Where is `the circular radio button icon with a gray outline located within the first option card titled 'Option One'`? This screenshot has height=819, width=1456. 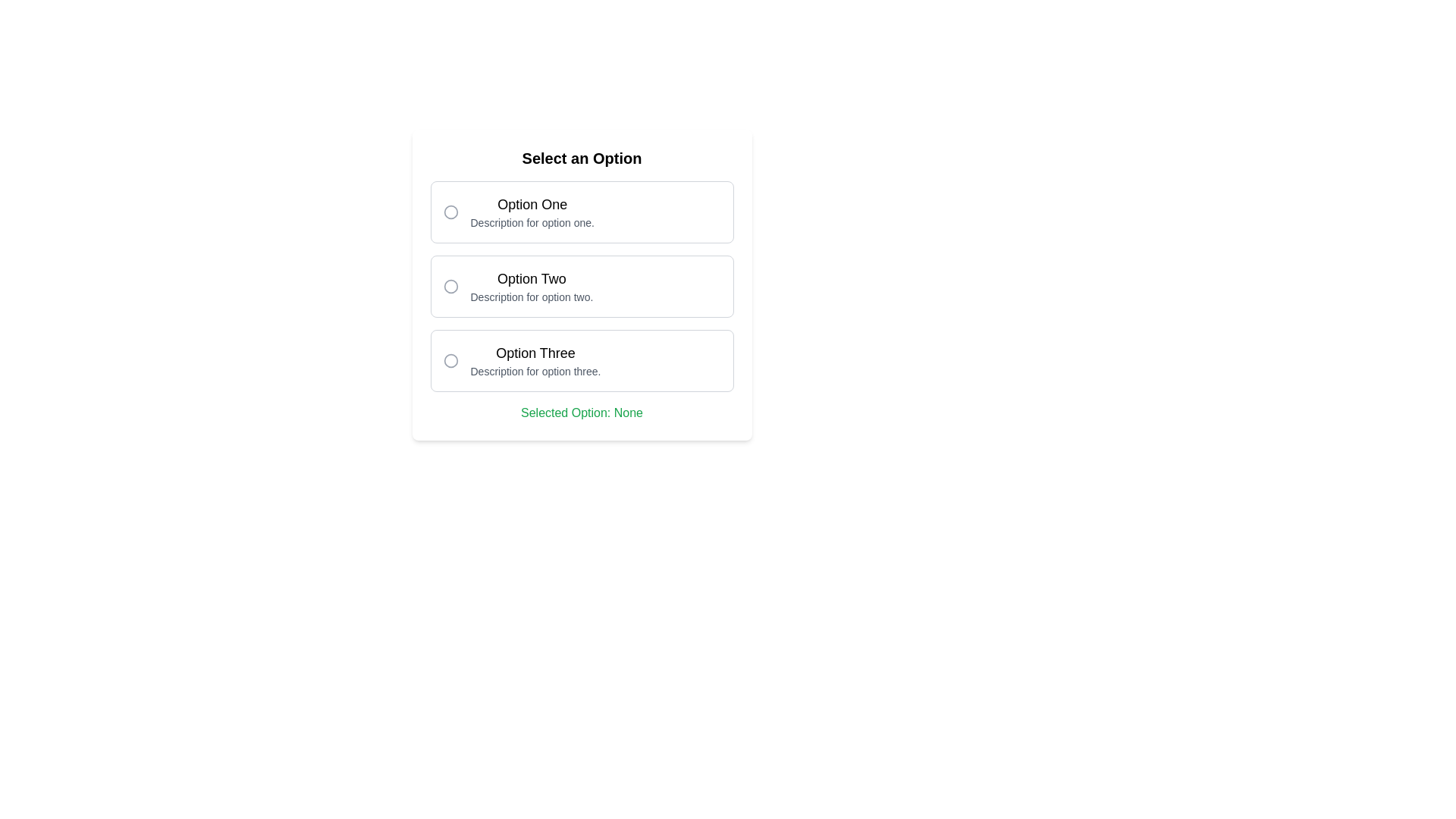 the circular radio button icon with a gray outline located within the first option card titled 'Option One' is located at coordinates (450, 212).